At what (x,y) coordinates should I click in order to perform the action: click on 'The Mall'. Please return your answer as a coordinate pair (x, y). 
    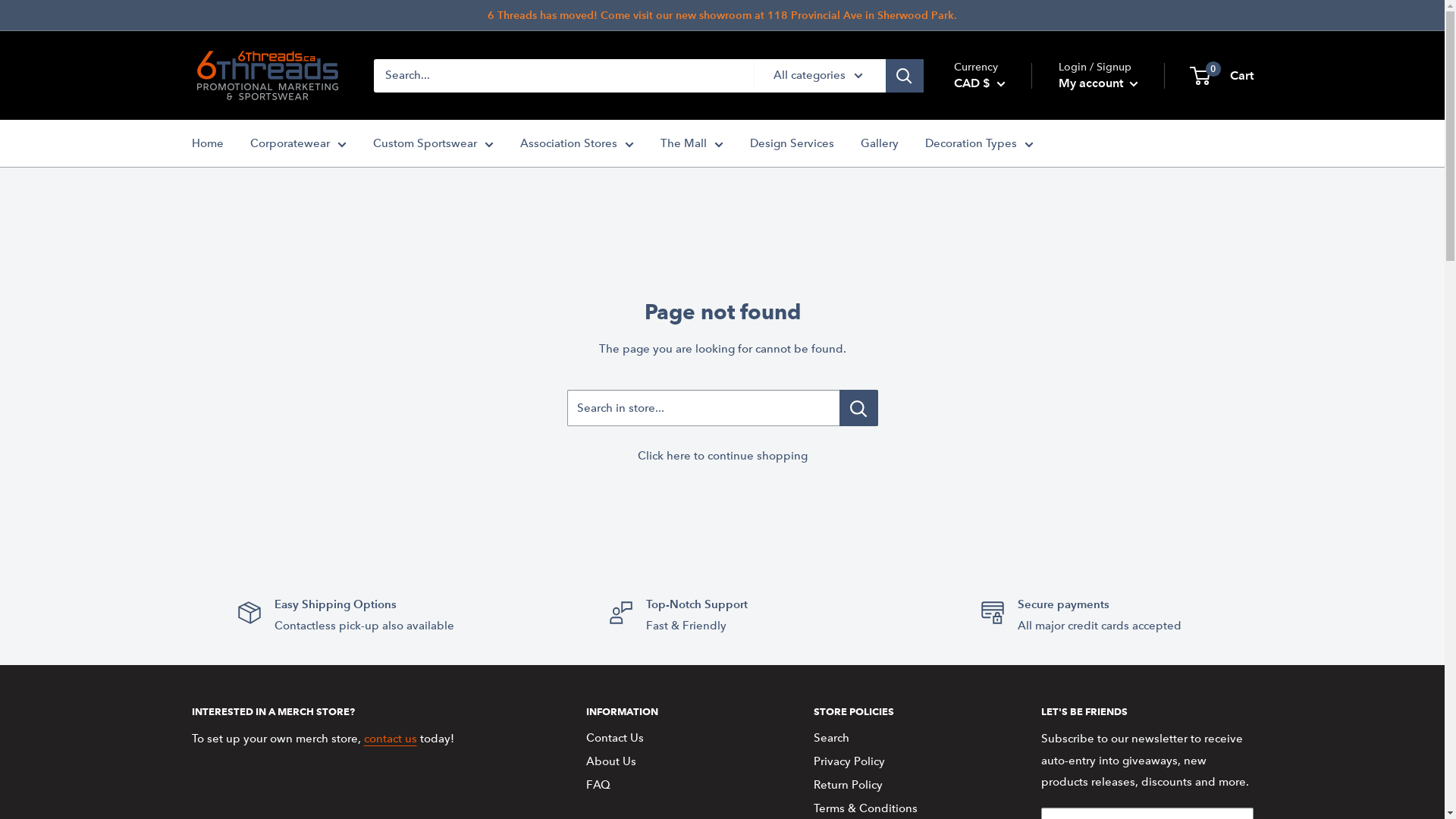
    Looking at the image, I should click on (690, 143).